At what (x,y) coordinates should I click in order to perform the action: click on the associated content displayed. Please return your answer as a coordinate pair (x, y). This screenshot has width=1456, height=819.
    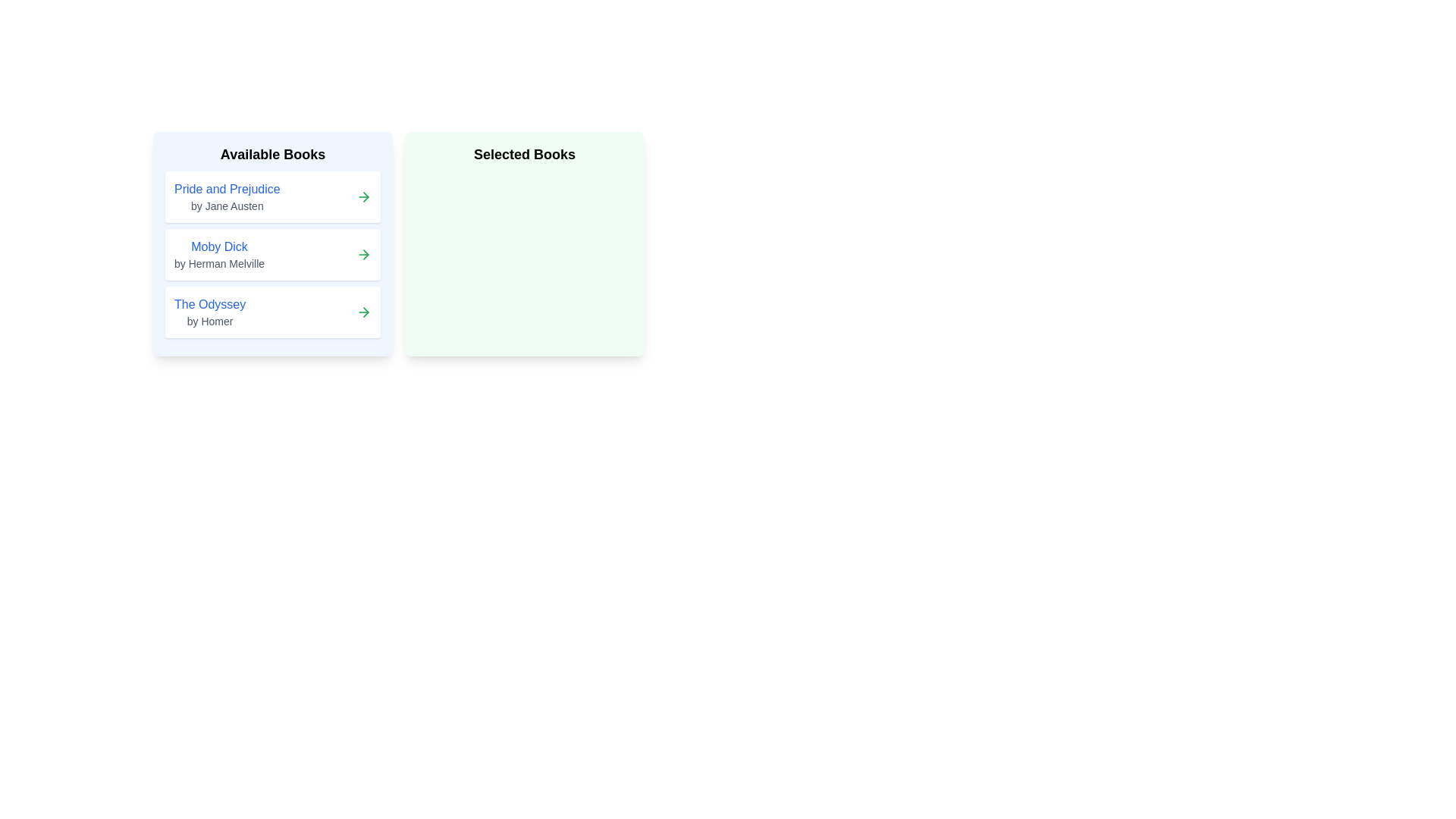
    Looking at the image, I should click on (218, 253).